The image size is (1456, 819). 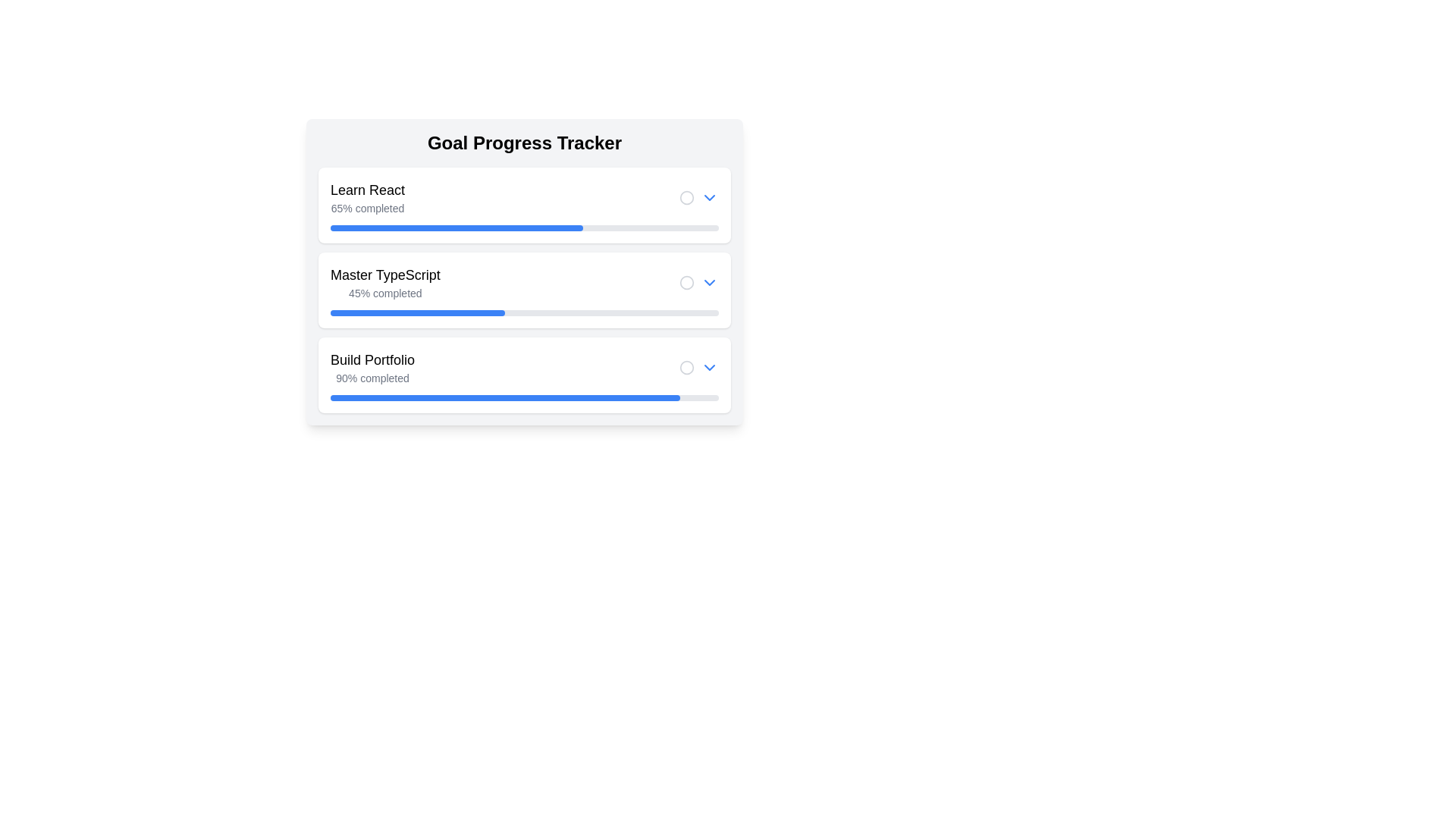 What do you see at coordinates (418, 312) in the screenshot?
I see `the filled segment of the progress bar indicating 45% completion of the 'Master TypeScript' task` at bounding box center [418, 312].